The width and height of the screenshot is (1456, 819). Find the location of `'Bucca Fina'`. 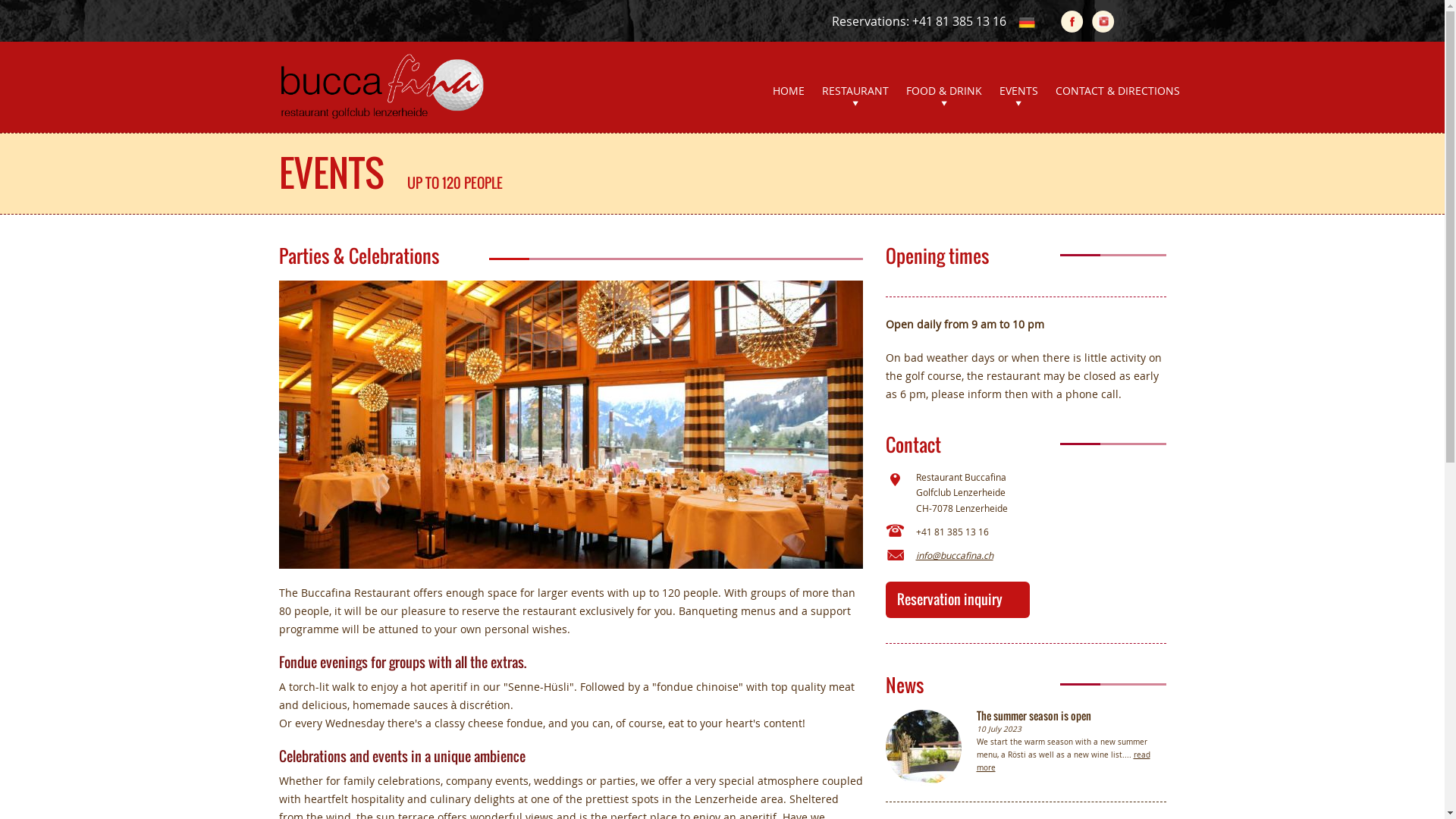

'Bucca Fina' is located at coordinates (381, 86).